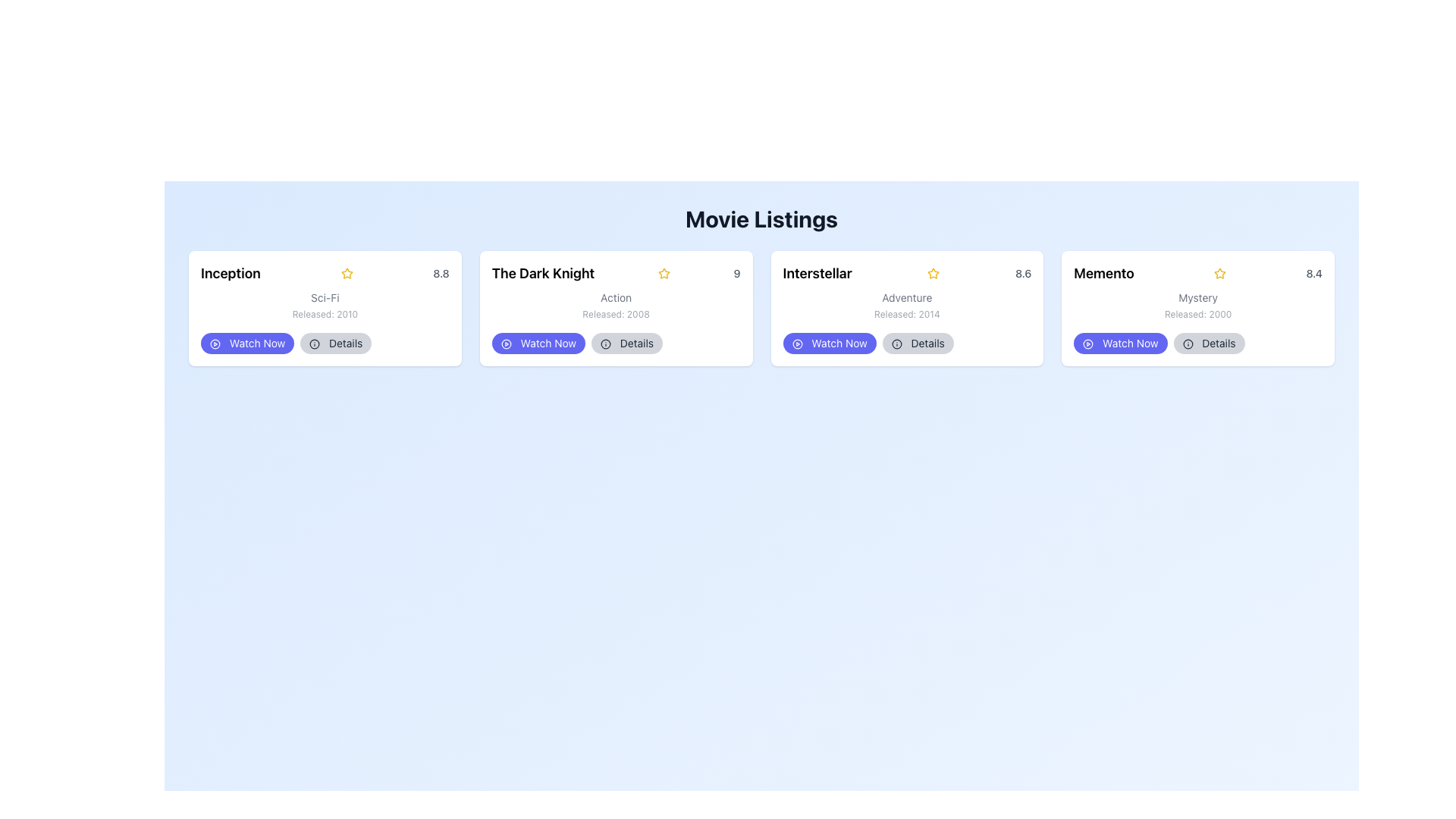 The width and height of the screenshot is (1456, 819). What do you see at coordinates (324, 314) in the screenshot?
I see `the text label displaying the release year of the movie 'Inception', which is located directly below the genre label 'Sci-Fi' and is the third line of text in the card` at bounding box center [324, 314].